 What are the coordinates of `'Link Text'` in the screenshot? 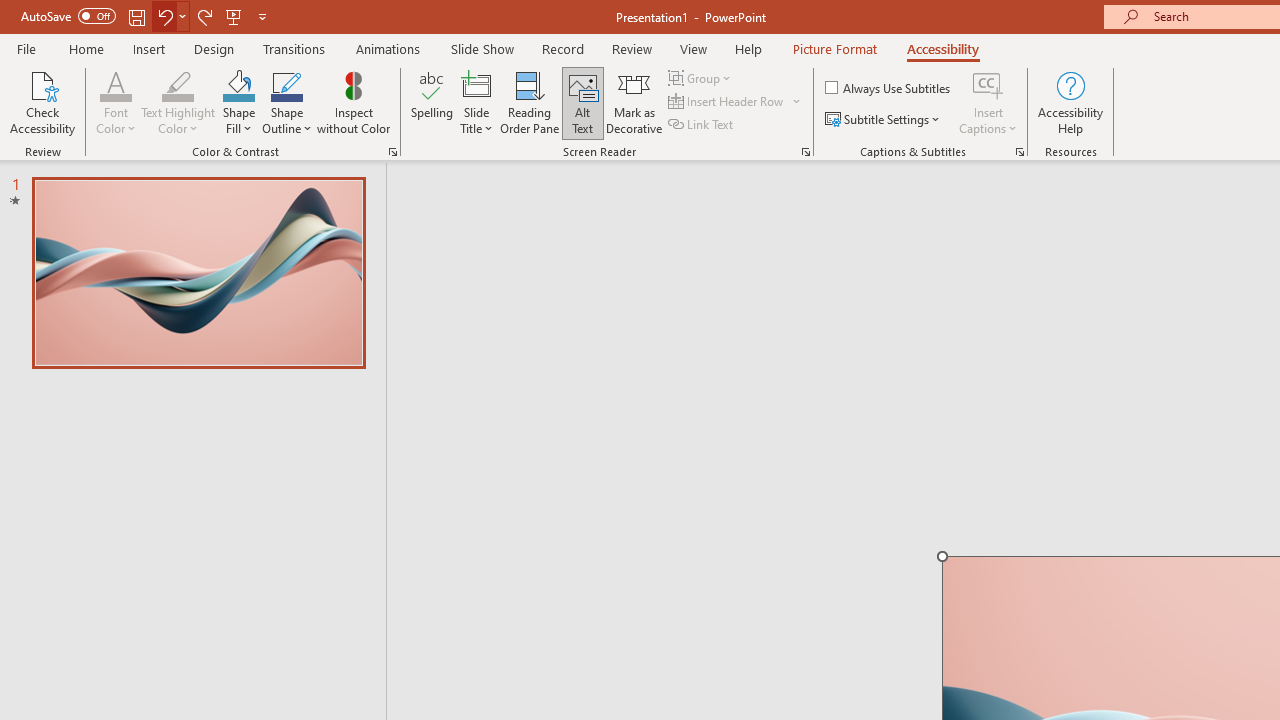 It's located at (702, 124).